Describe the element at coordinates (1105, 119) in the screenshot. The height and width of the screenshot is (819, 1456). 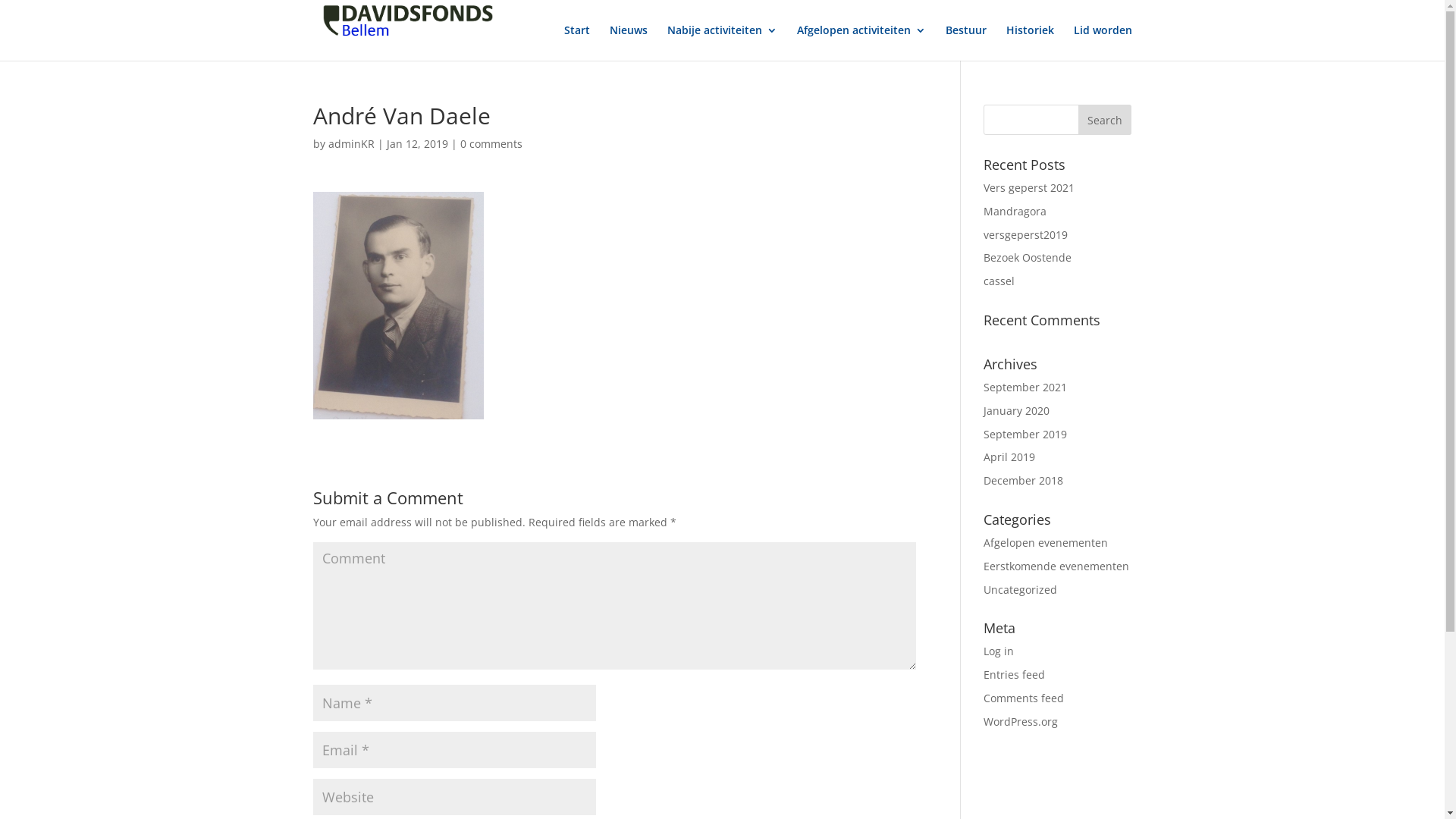
I see `'Search'` at that location.